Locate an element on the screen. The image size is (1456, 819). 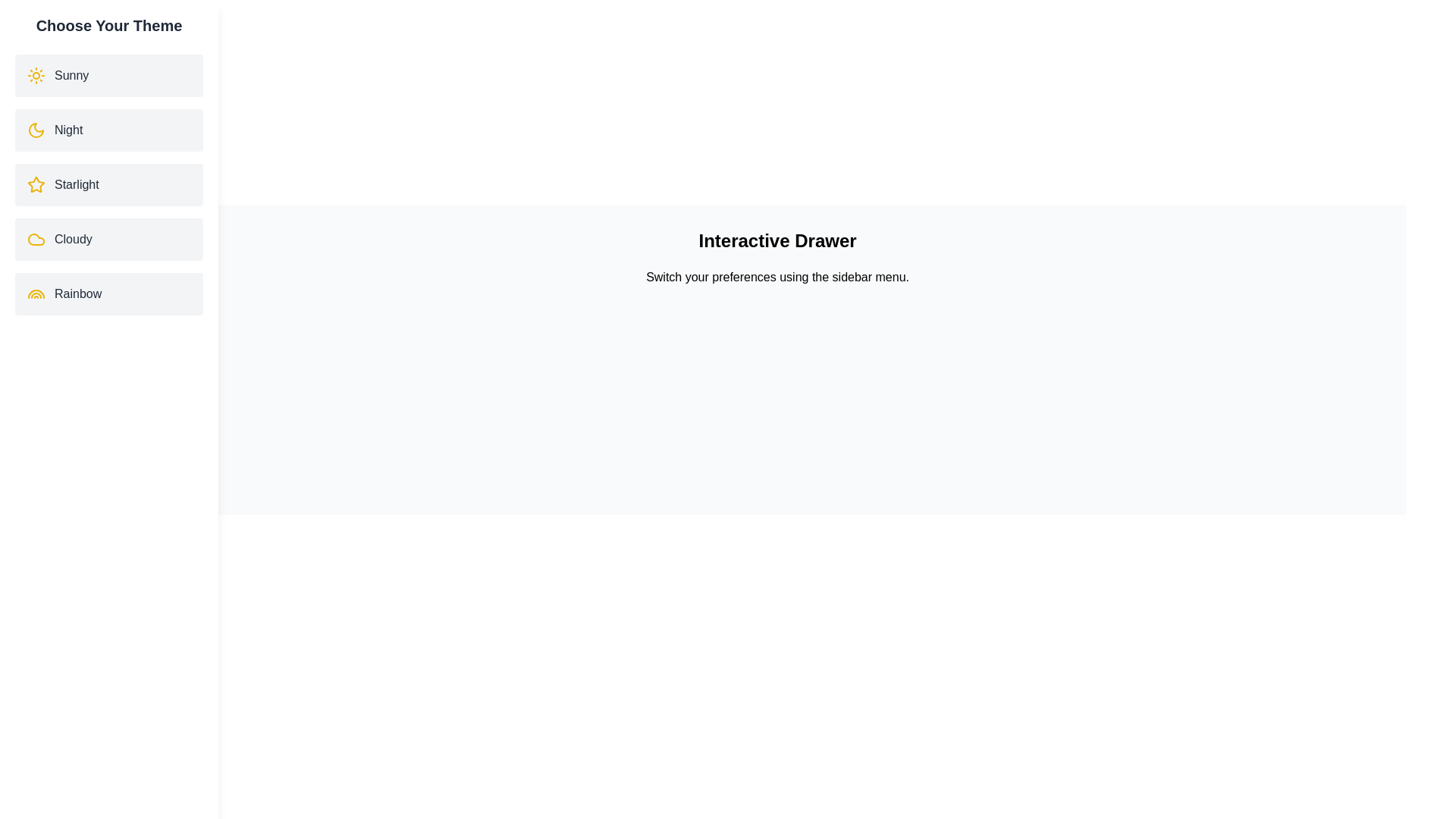
the theme item Sunny to observe its hover effect is located at coordinates (108, 76).